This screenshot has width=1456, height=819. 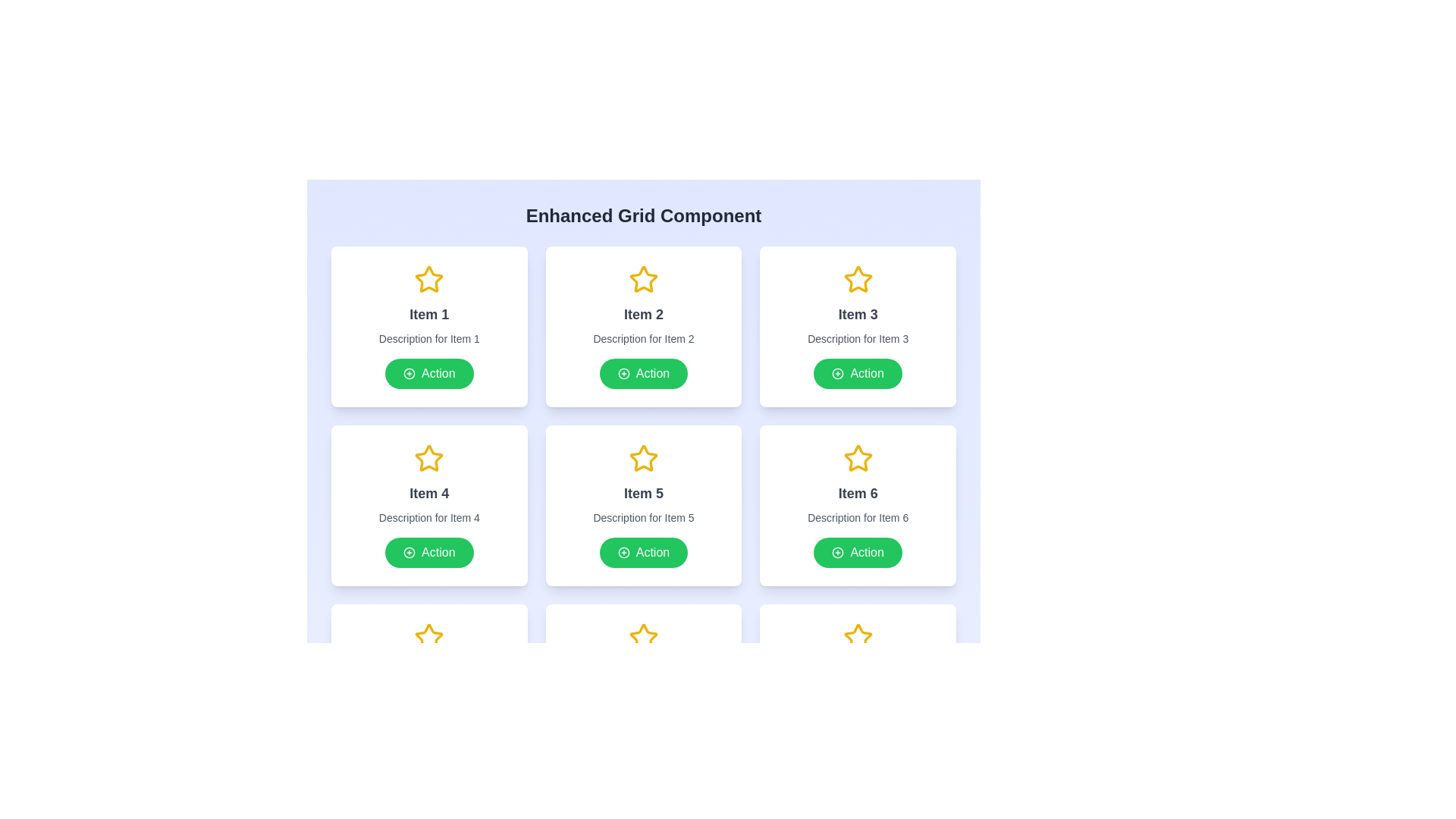 I want to click on the star-like icon with a hollow center, styled in bright yellow, located within the card titled 'Item 1', positioned above the textual description and the green 'Action' button, so click(x=428, y=279).